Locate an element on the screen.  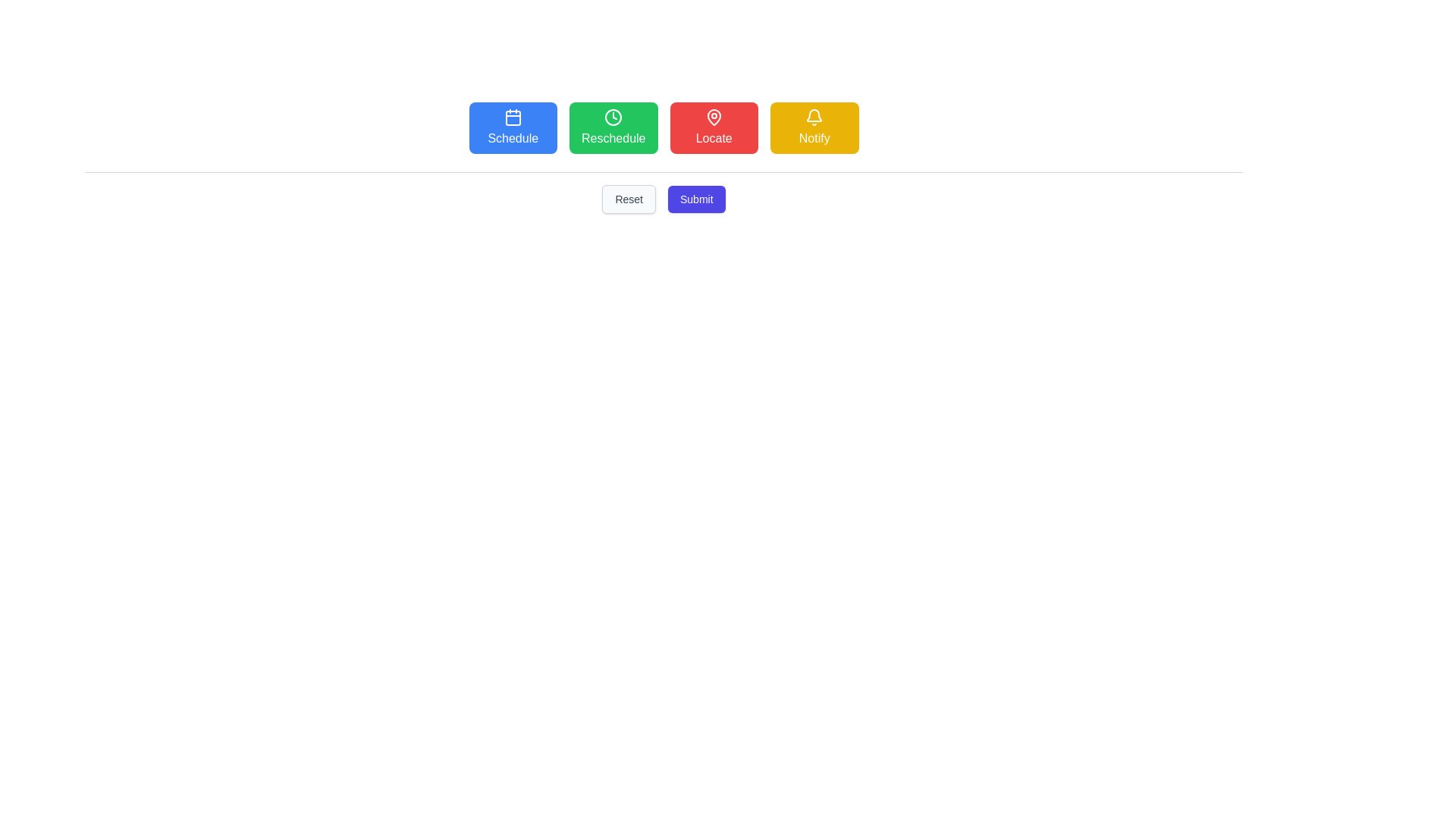
the icon located at the top left of the blue 'Schedule' button, which indicates scheduling functionality is located at coordinates (513, 116).